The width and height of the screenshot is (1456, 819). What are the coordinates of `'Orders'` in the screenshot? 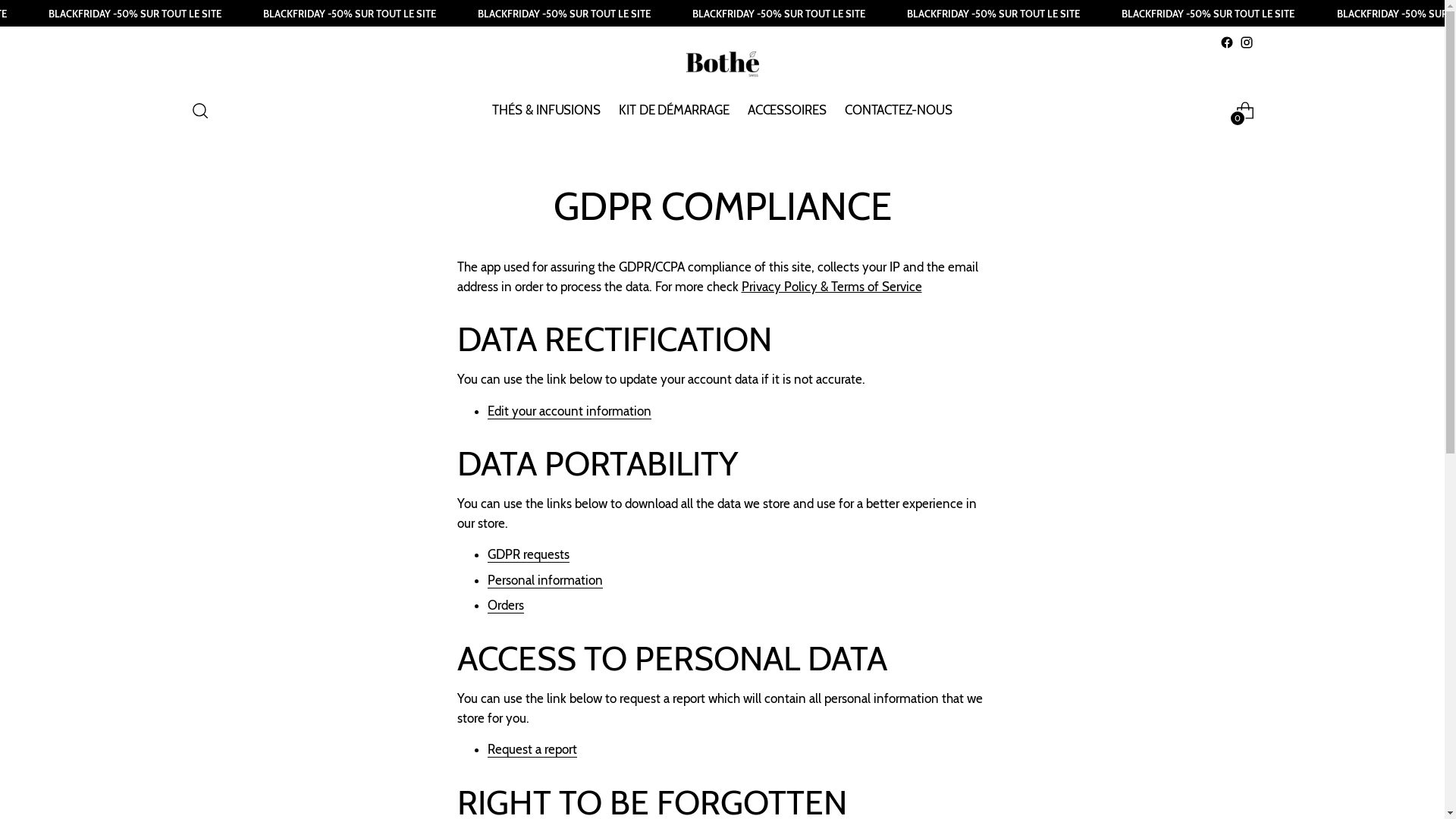 It's located at (505, 604).